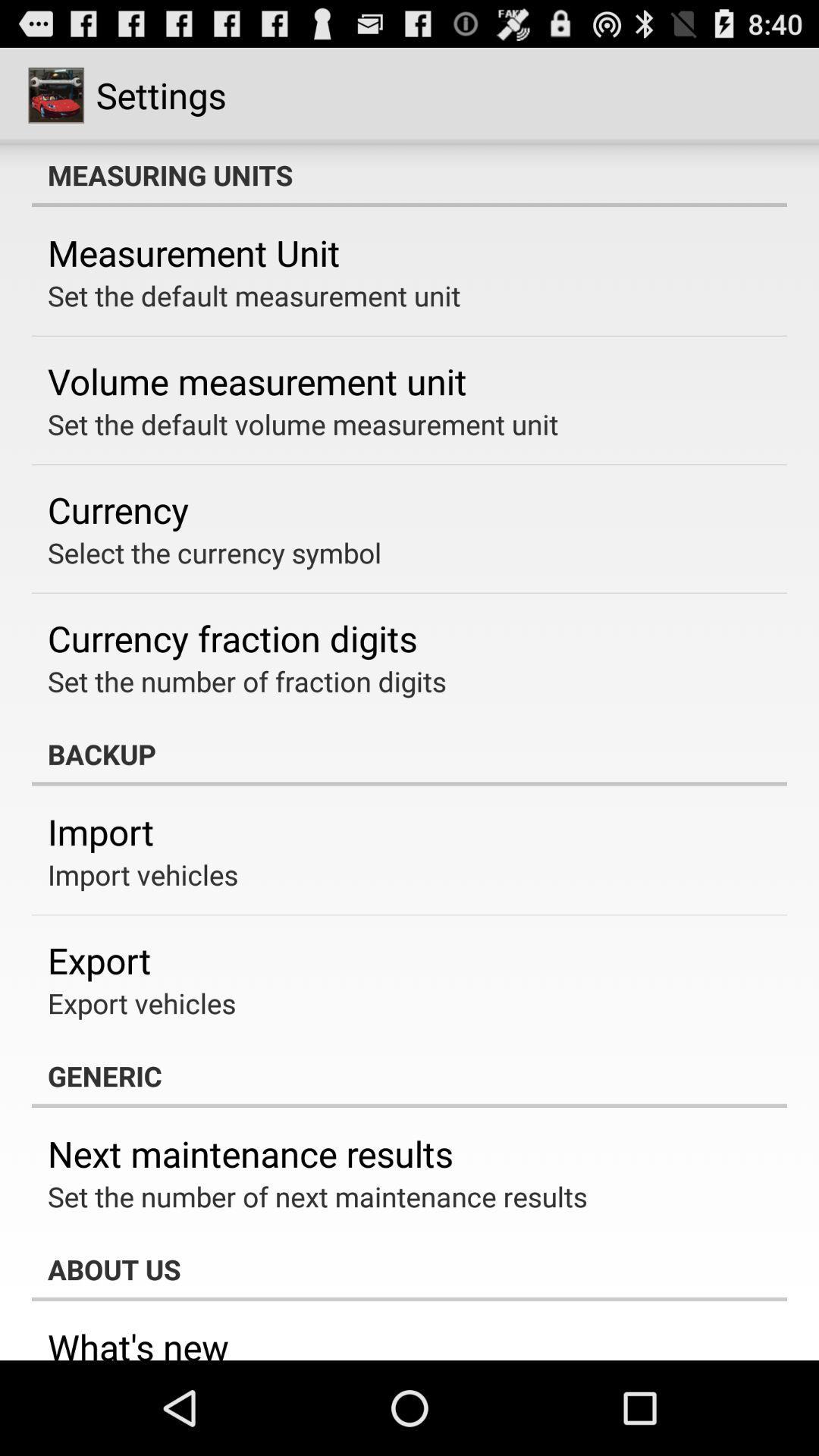 The width and height of the screenshot is (819, 1456). I want to click on app above the import app, so click(409, 754).